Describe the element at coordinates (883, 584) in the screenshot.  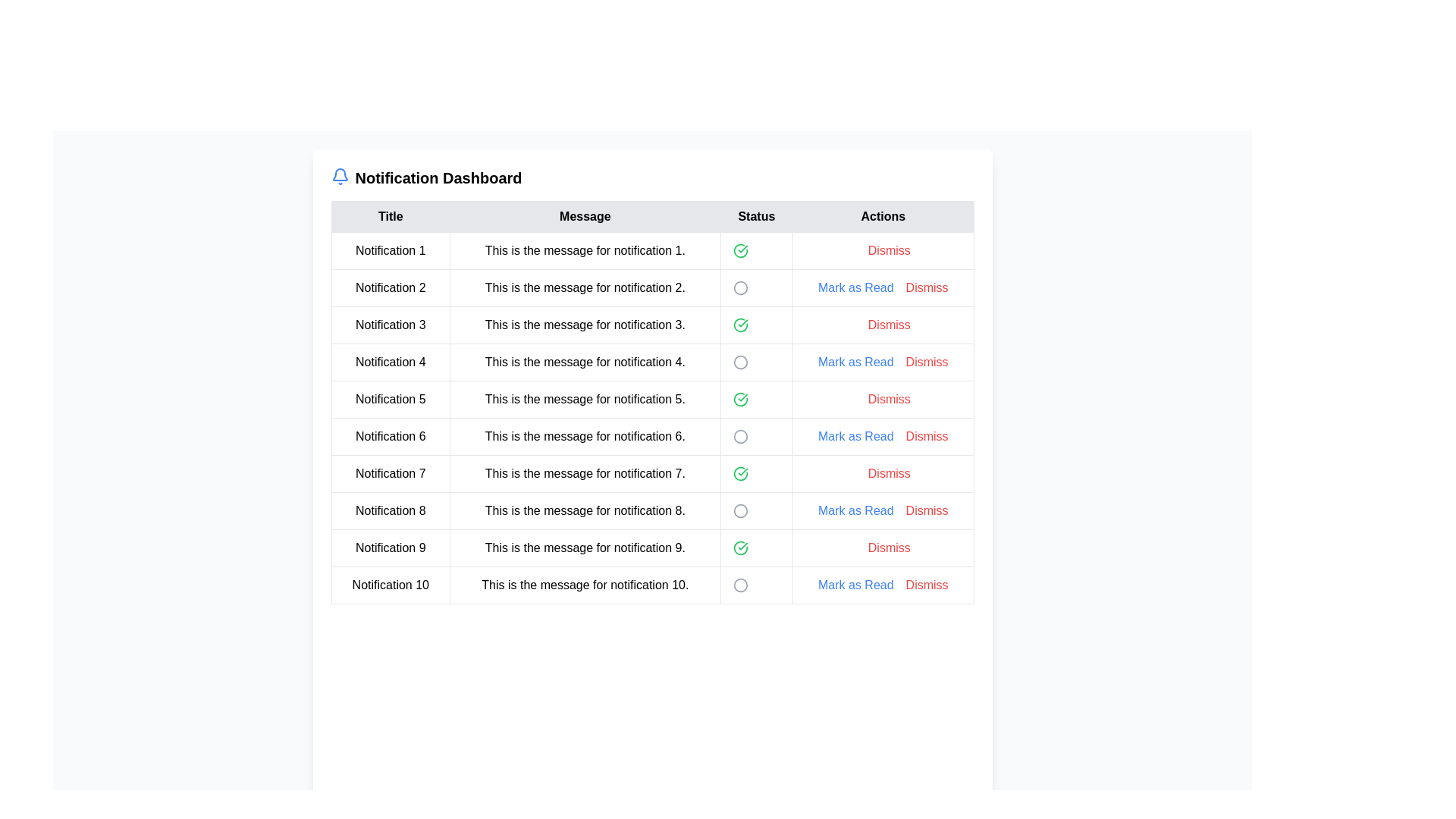
I see `the 'Mark as Read' action link for 'Notification 10' located in the last column of the notification actions` at that location.